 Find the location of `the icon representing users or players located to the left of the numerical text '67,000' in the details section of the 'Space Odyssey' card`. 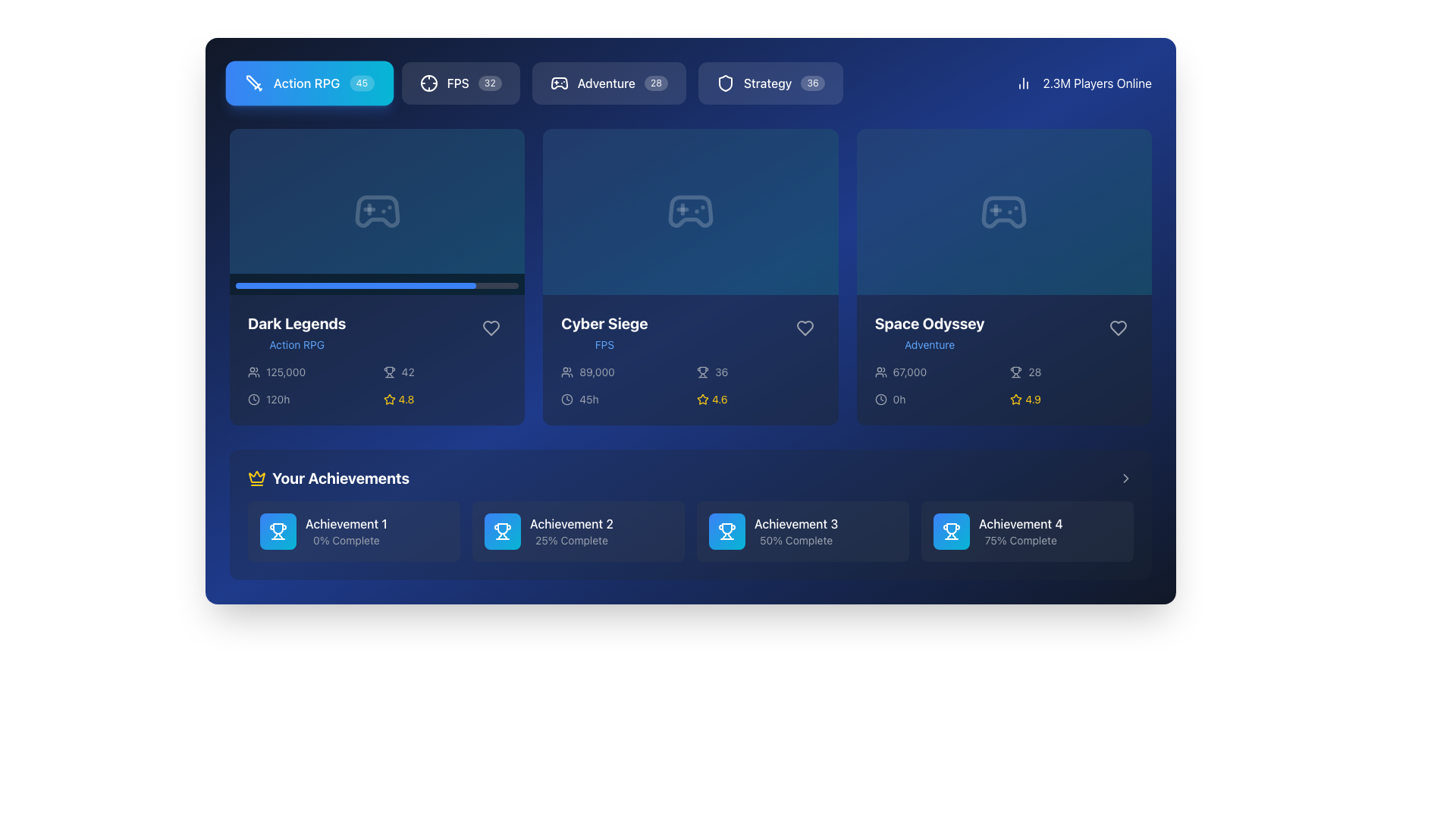

the icon representing users or players located to the left of the numerical text '67,000' in the details section of the 'Space Odyssey' card is located at coordinates (880, 372).